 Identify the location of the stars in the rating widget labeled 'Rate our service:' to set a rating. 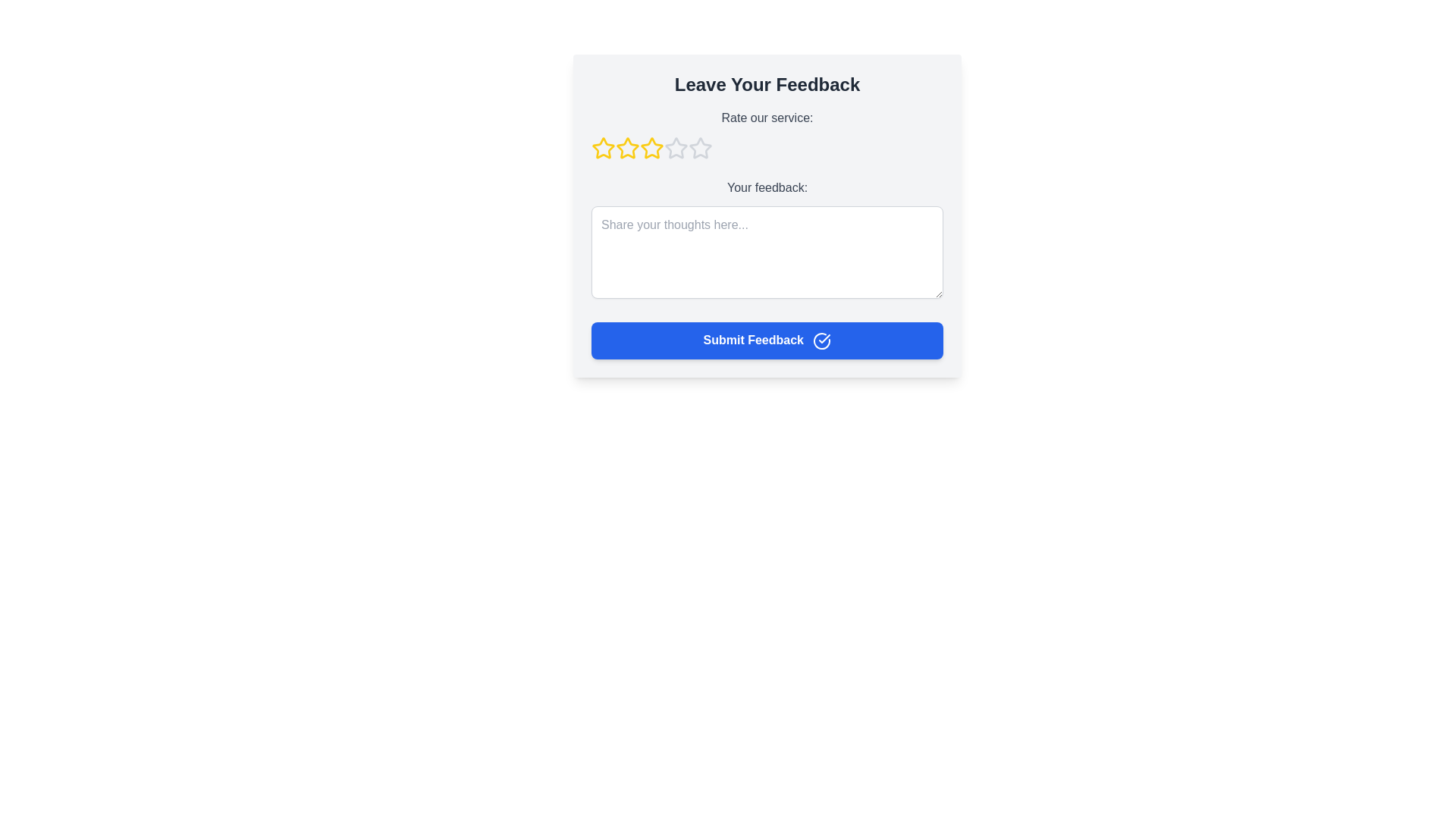
(767, 133).